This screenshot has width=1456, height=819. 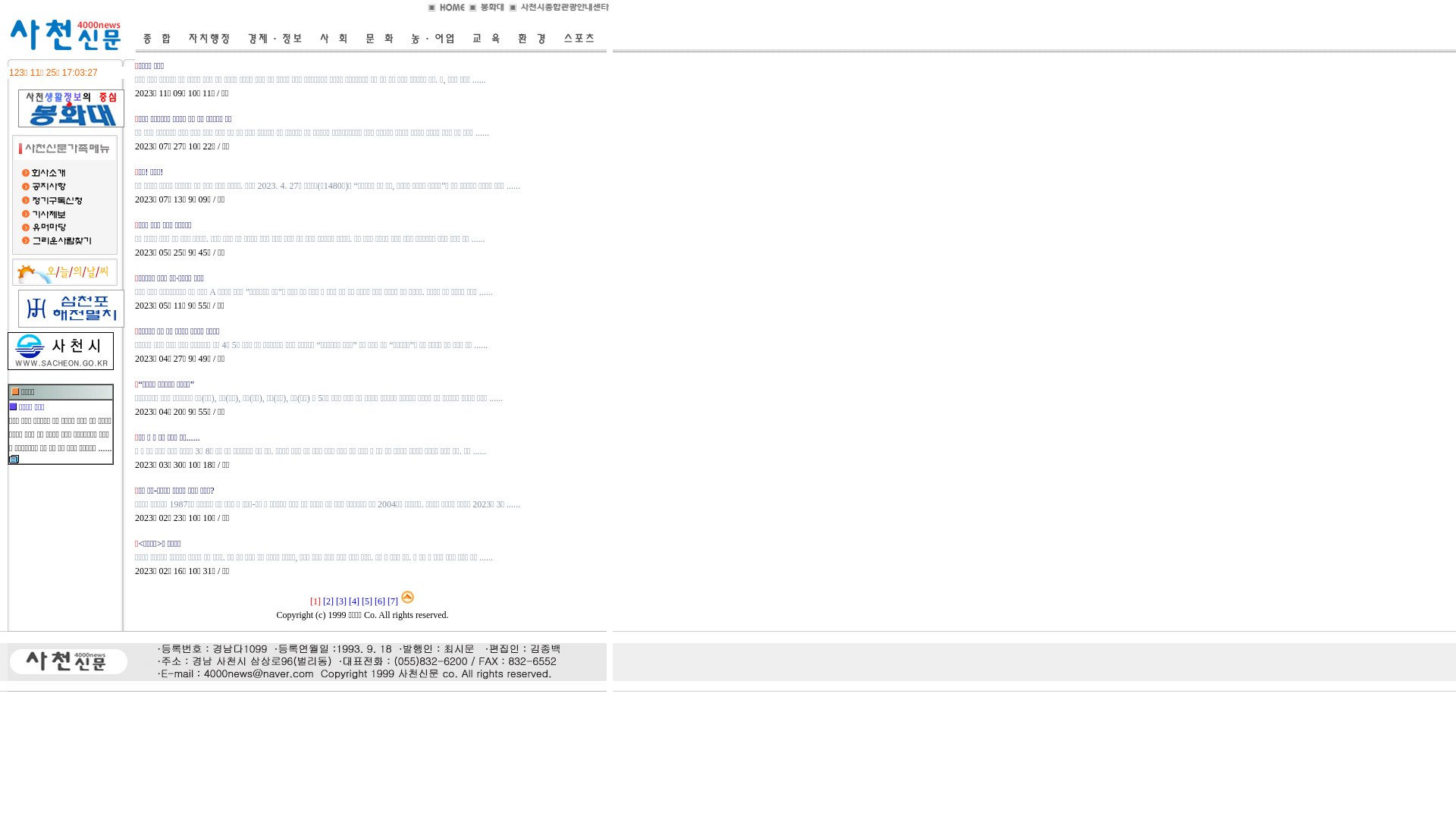 What do you see at coordinates (327, 601) in the screenshot?
I see `'[2]'` at bounding box center [327, 601].